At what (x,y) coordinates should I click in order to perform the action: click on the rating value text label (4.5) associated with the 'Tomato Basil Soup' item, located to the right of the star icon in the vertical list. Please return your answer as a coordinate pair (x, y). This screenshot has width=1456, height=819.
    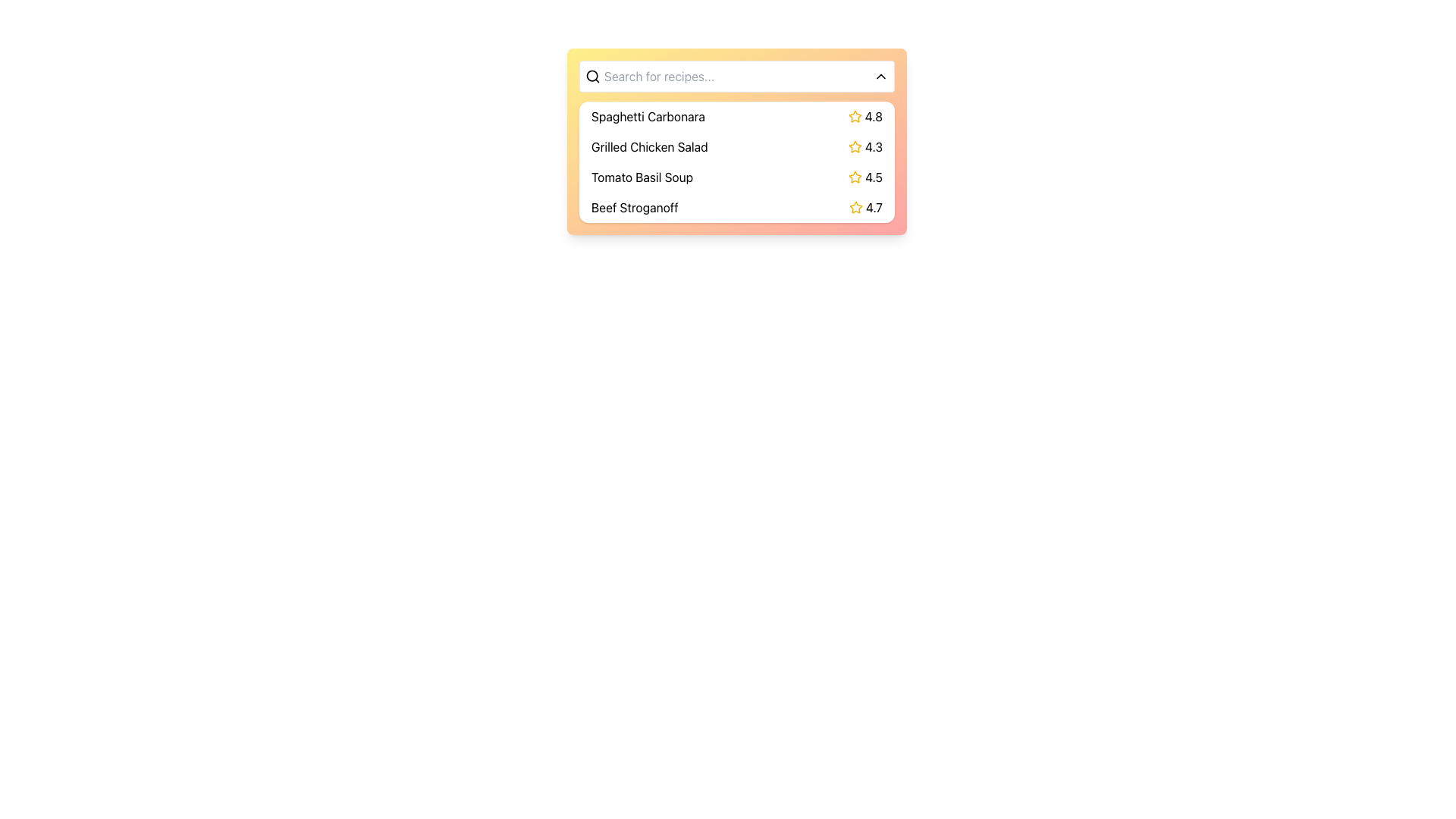
    Looking at the image, I should click on (865, 177).